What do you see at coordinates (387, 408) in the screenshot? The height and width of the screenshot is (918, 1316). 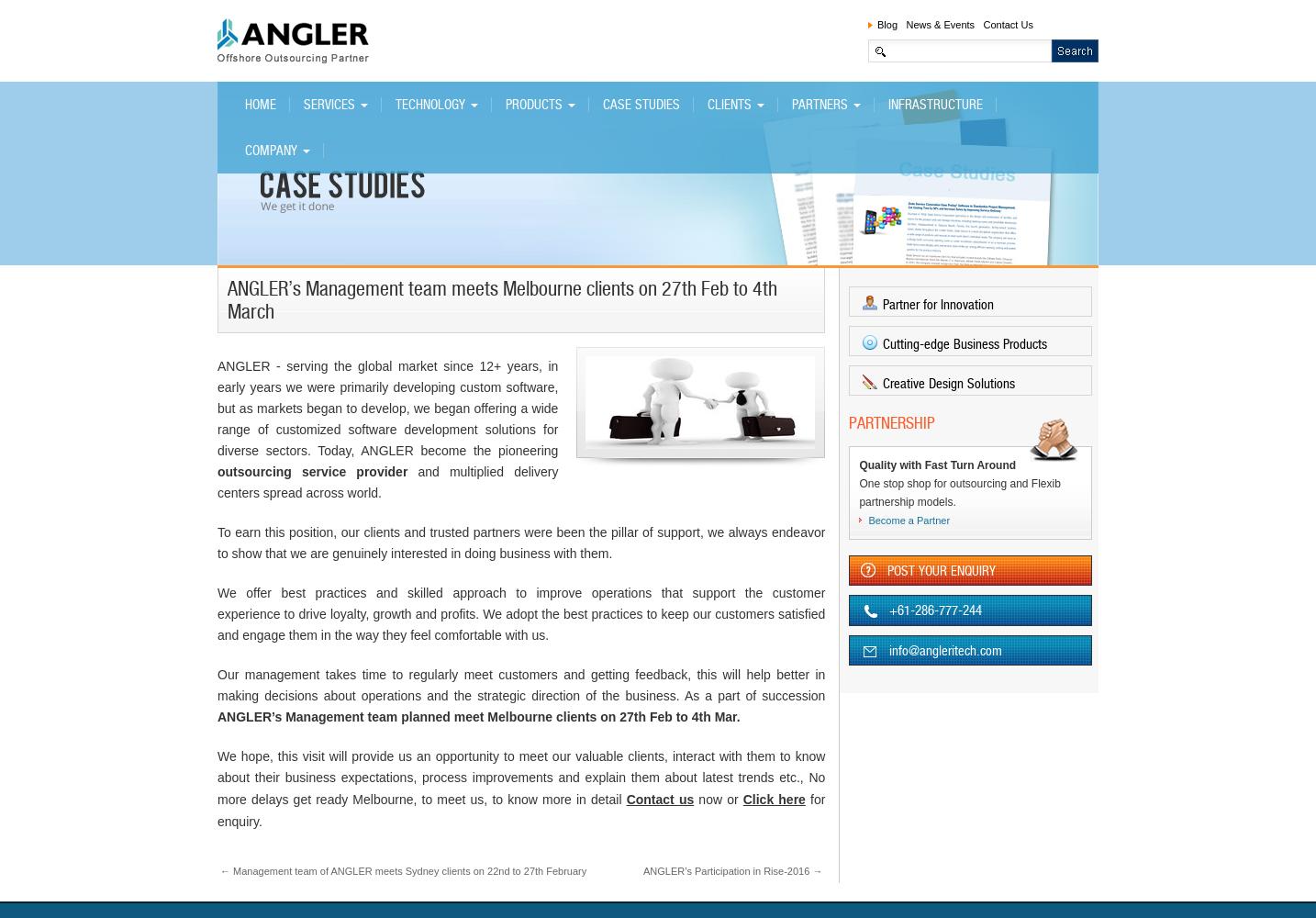 I see `'ANGLER - serving the global market since 12+ years, in early years we were primarily developing custom software, but as markets began to develop, we began offering a wide range of customized software development solutions for diverse sectors. Today, ANGLER become the pioneering'` at bounding box center [387, 408].